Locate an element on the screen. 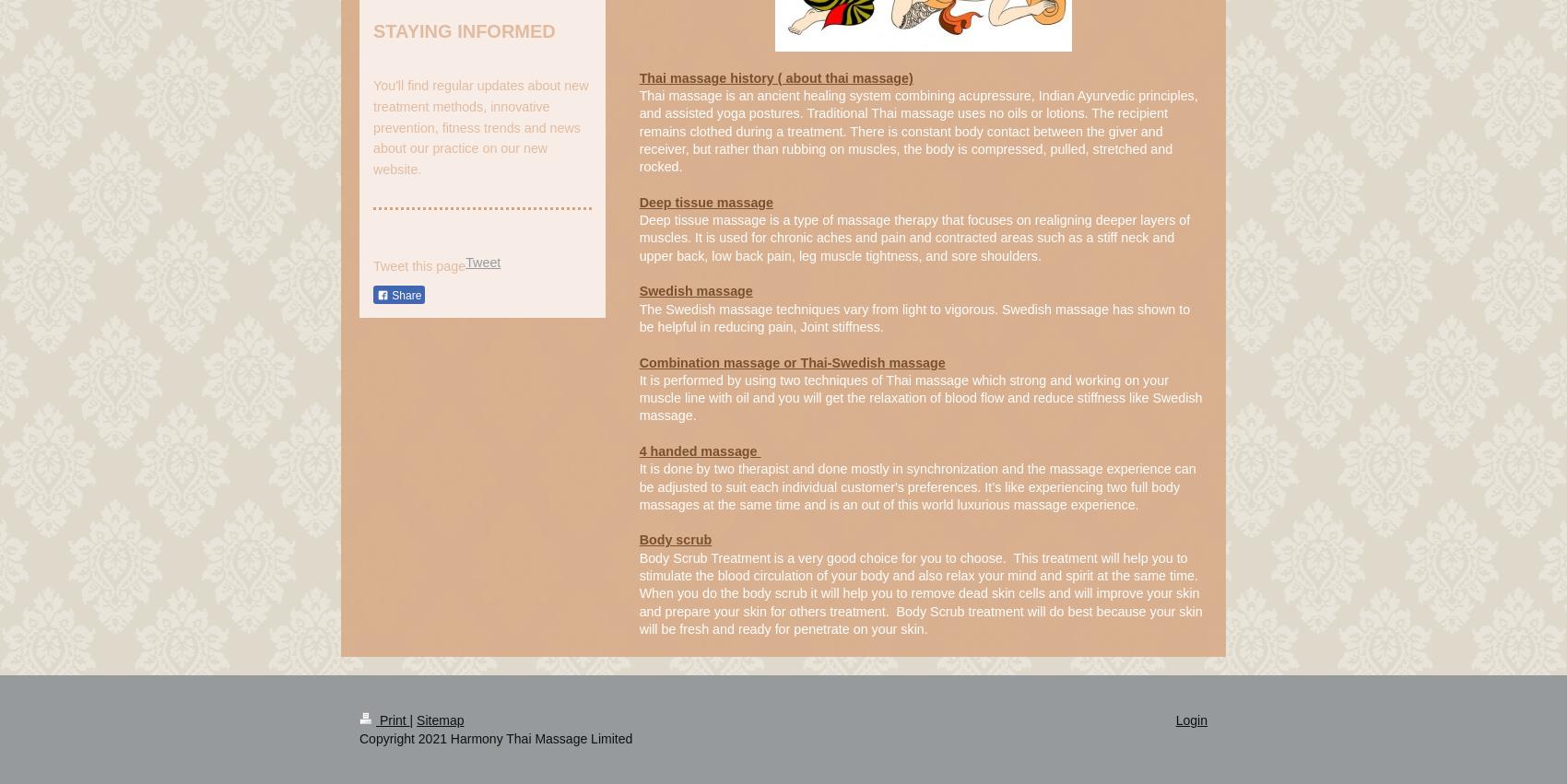 The image size is (1567, 784). 'Deep tissue massage' is located at coordinates (705, 201).